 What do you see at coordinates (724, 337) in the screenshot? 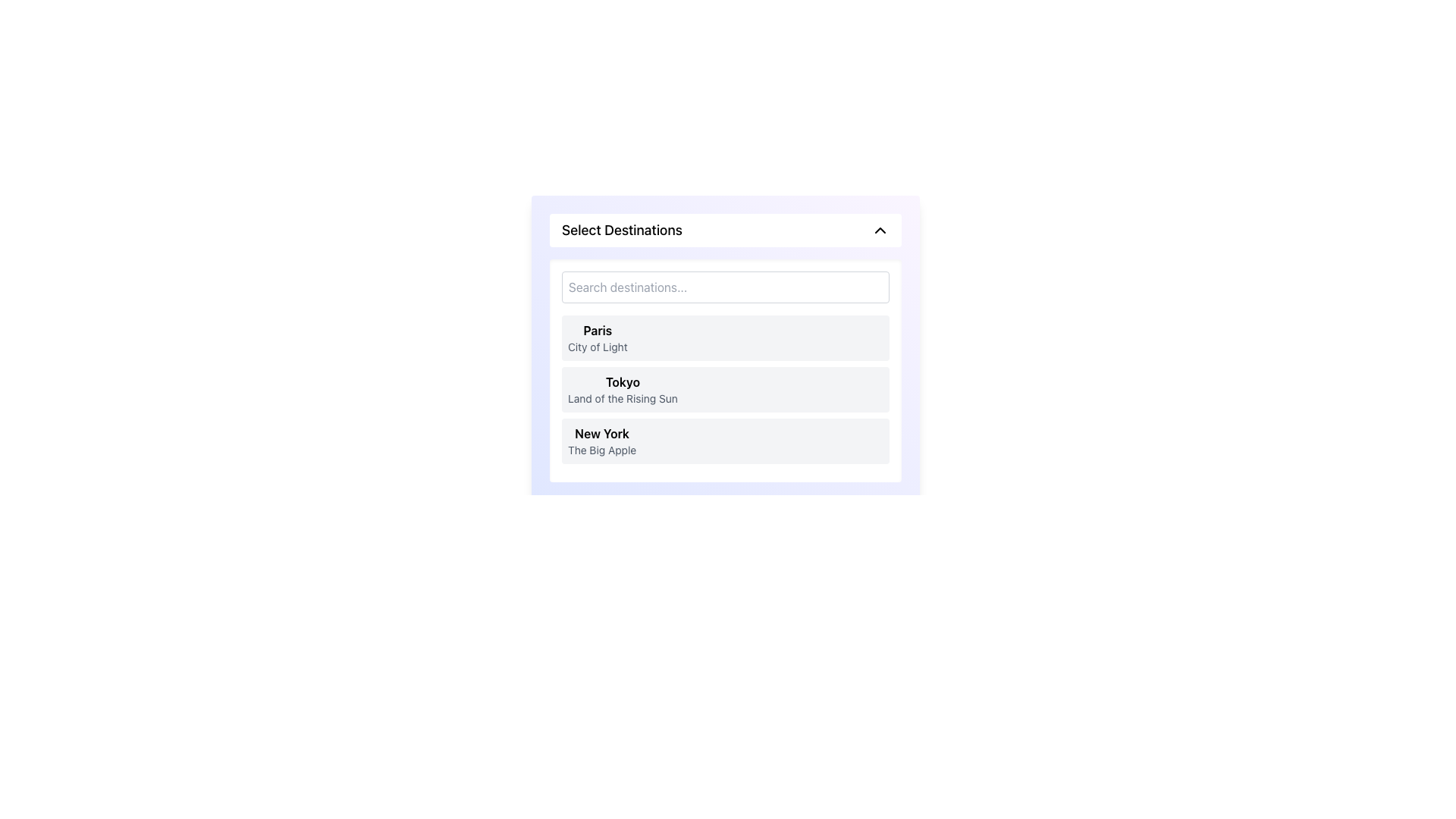
I see `the first selectable list item representing the destination 'Paris' with the descriptor 'City of Light'` at bounding box center [724, 337].